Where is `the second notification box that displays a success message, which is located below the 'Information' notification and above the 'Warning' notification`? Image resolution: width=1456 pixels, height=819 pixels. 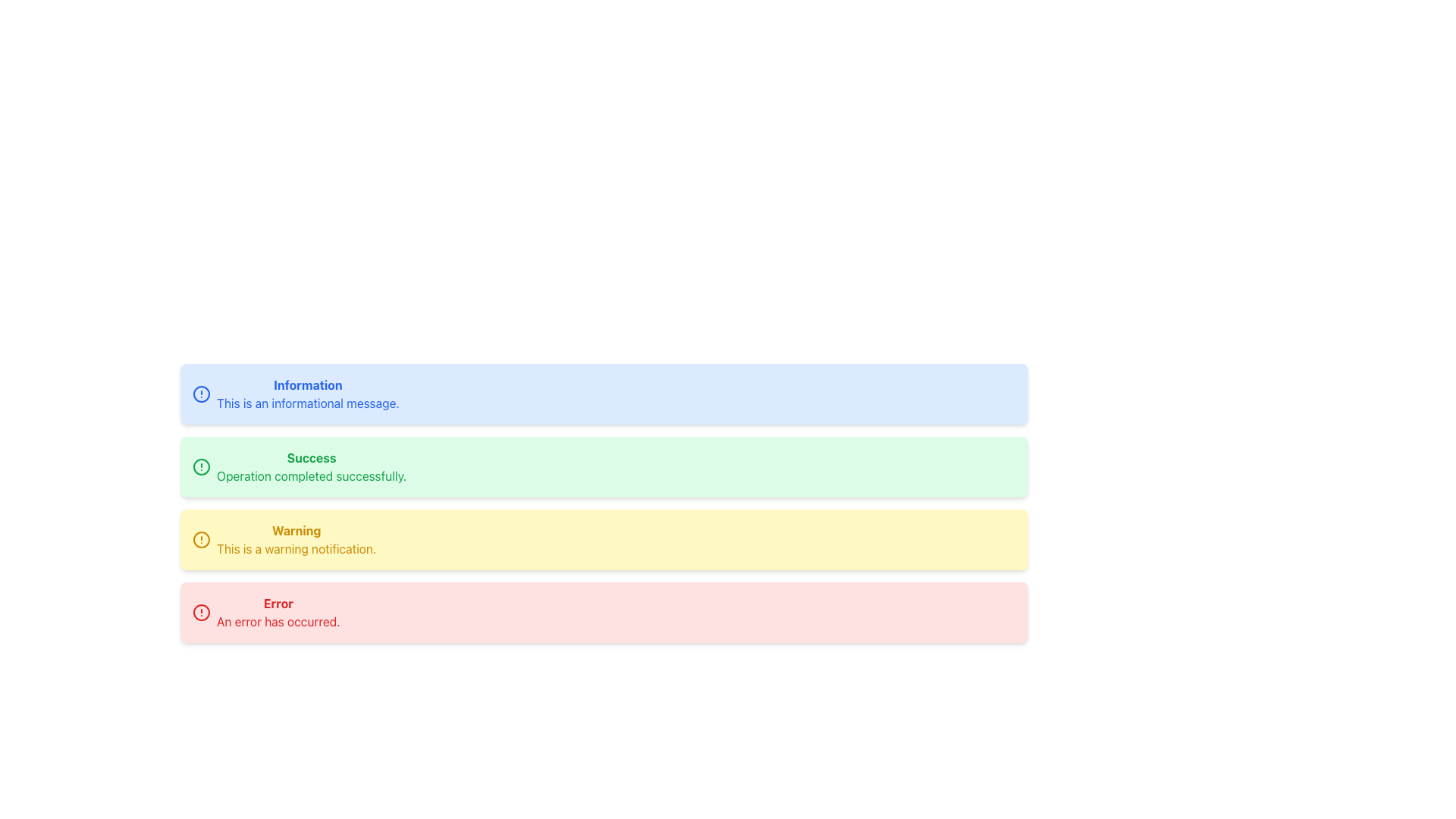 the second notification box that displays a success message, which is located below the 'Information' notification and above the 'Warning' notification is located at coordinates (603, 466).